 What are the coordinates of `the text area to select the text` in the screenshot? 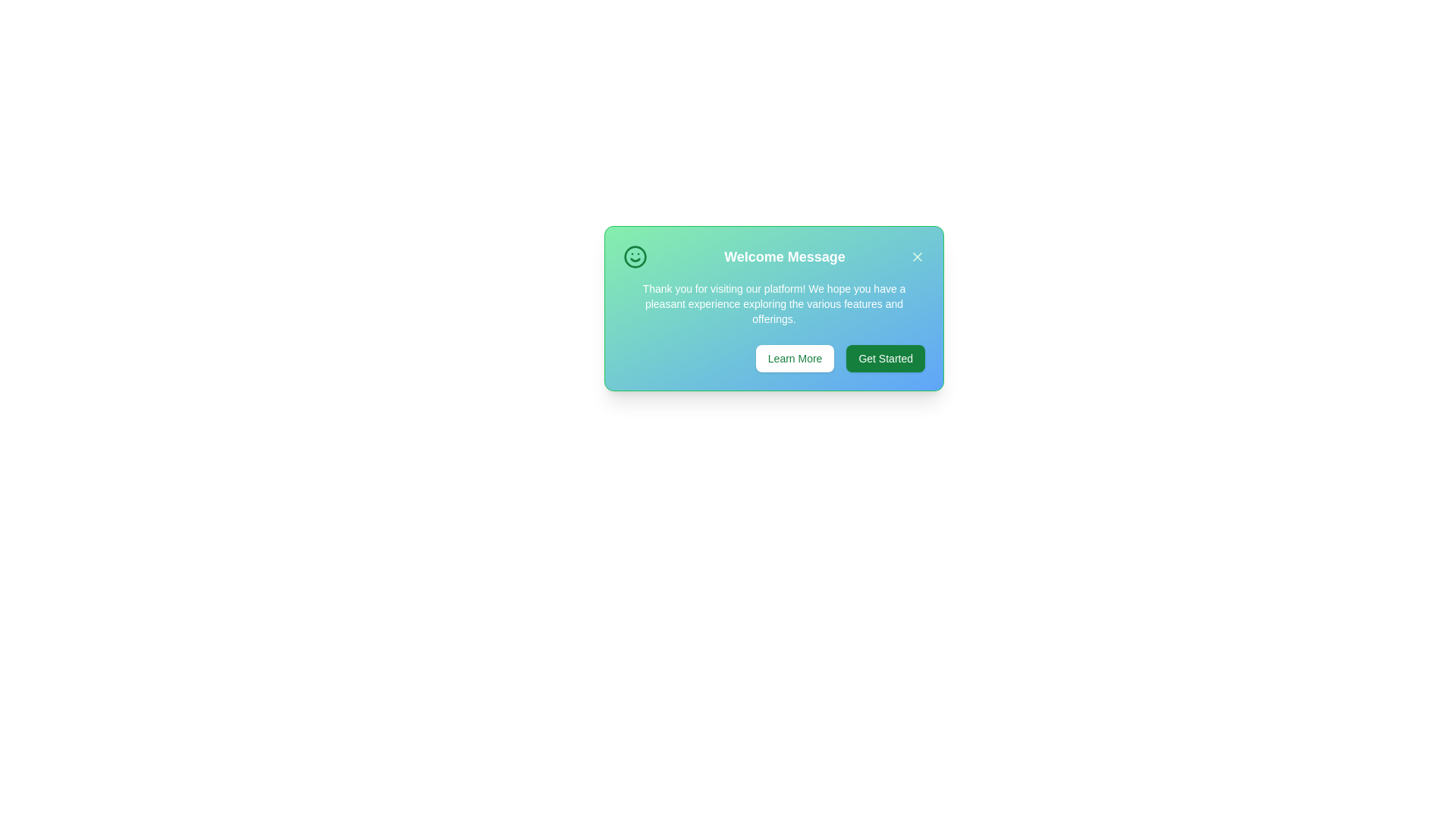 It's located at (774, 308).